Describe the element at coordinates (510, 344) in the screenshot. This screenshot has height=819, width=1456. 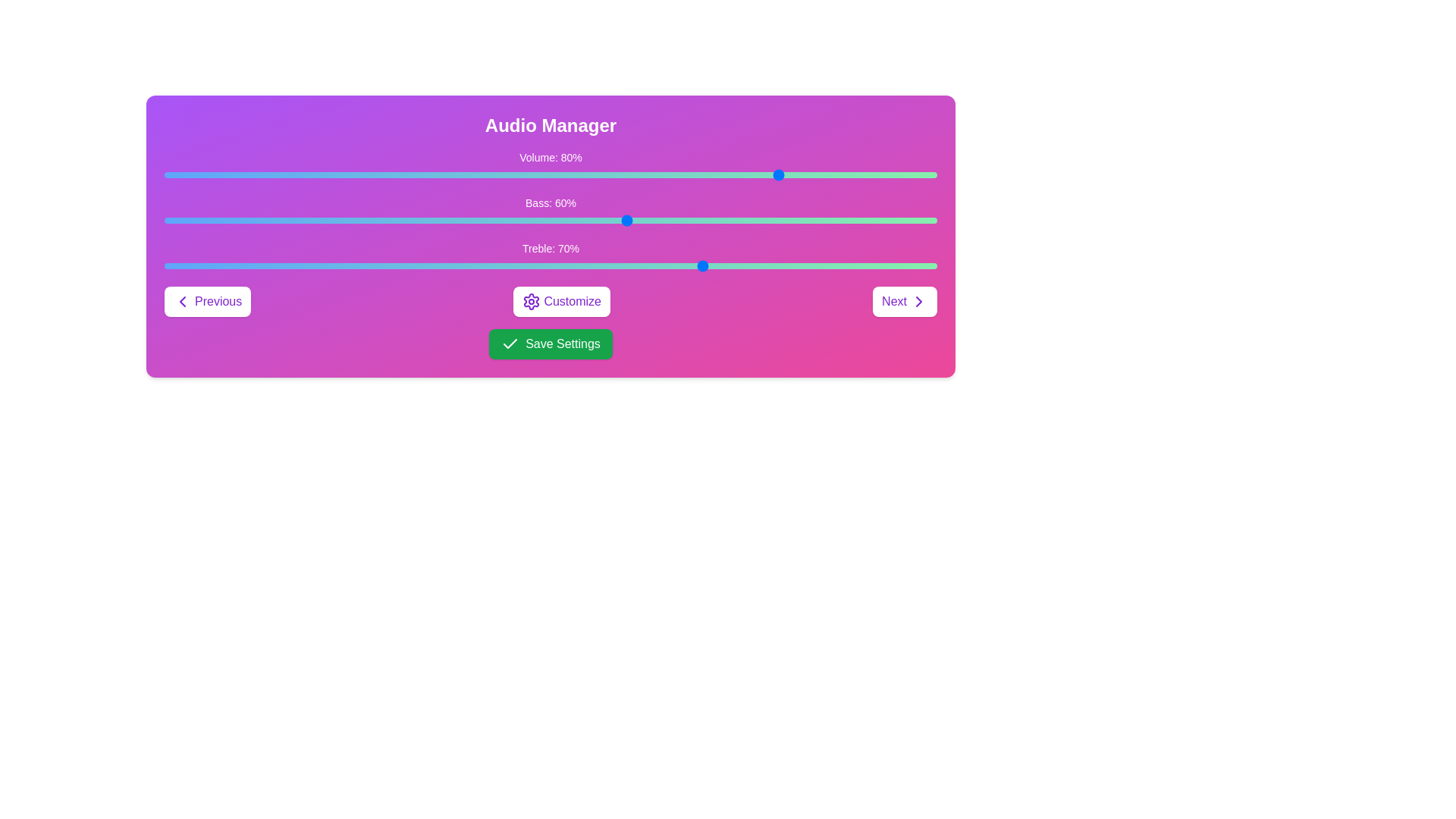
I see `the green checkmark icon located to the left of the 'Save Settings' button in the footer section of the interface` at that location.